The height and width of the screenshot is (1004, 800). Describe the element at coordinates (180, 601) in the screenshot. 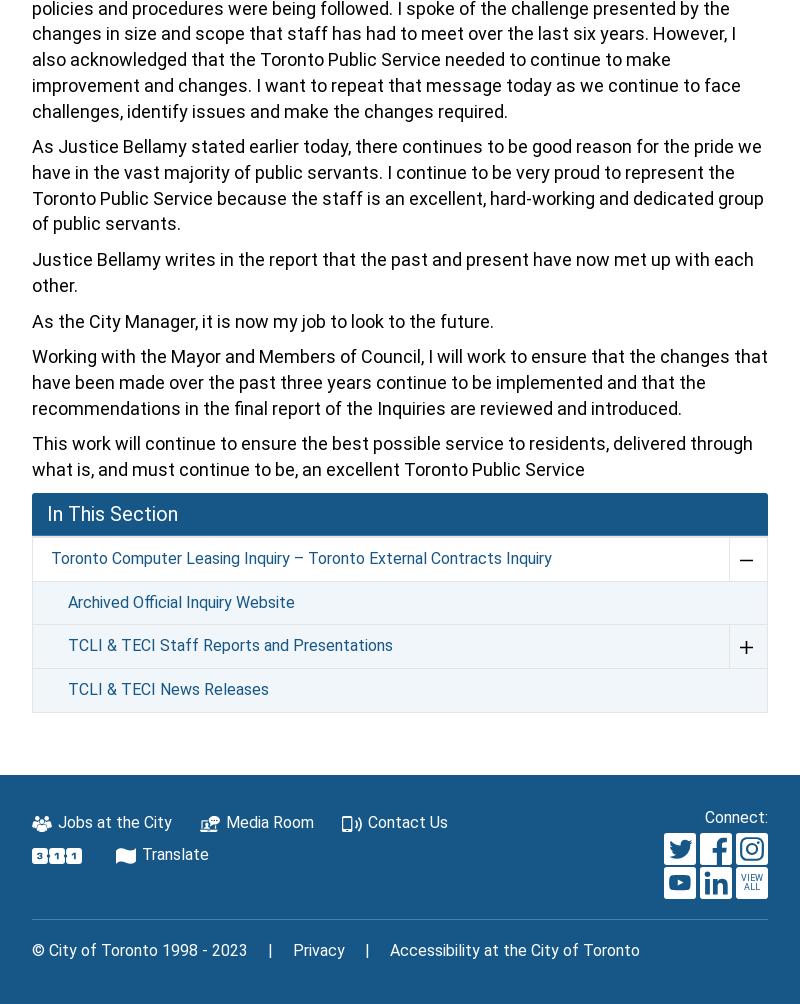

I see `'Archived Official Inquiry Website'` at that location.